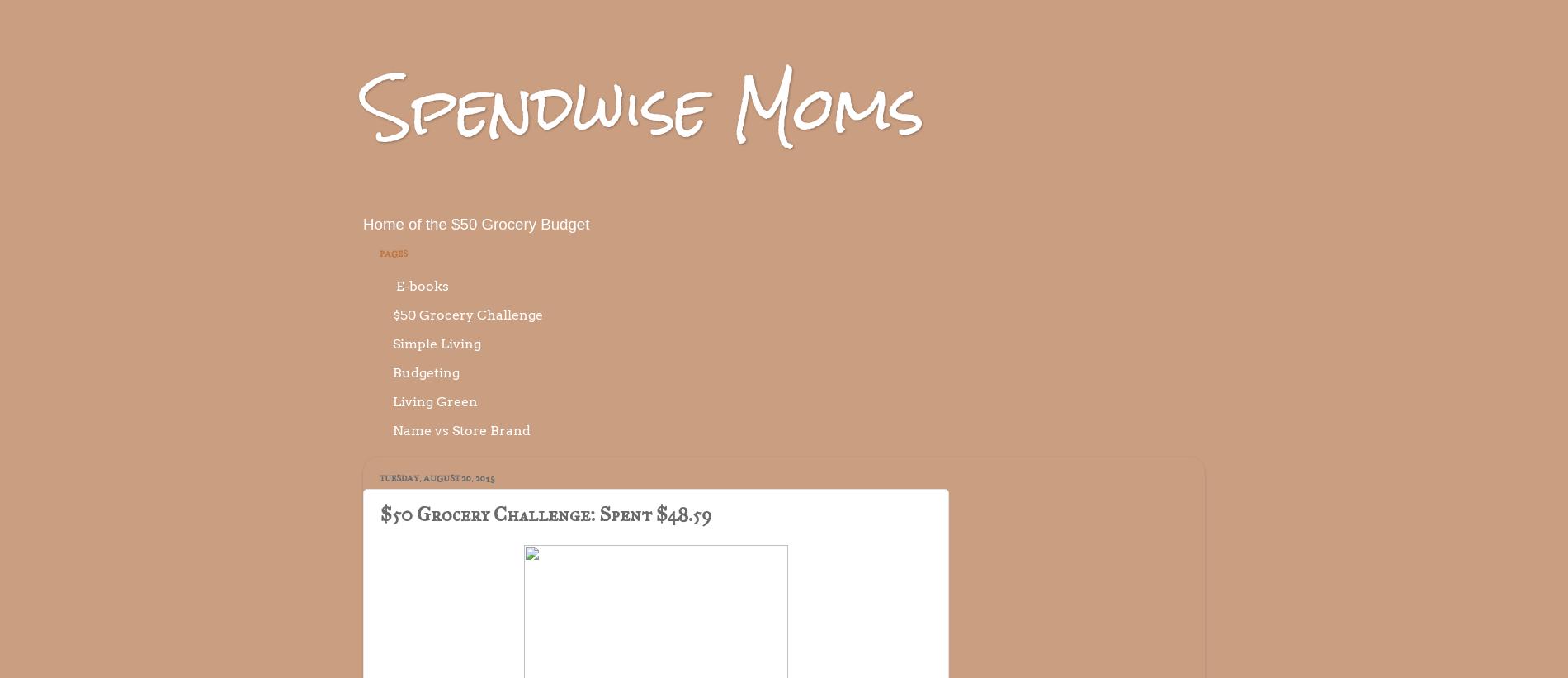 The height and width of the screenshot is (678, 1568). I want to click on 'Name vs Store Brand', so click(461, 429).